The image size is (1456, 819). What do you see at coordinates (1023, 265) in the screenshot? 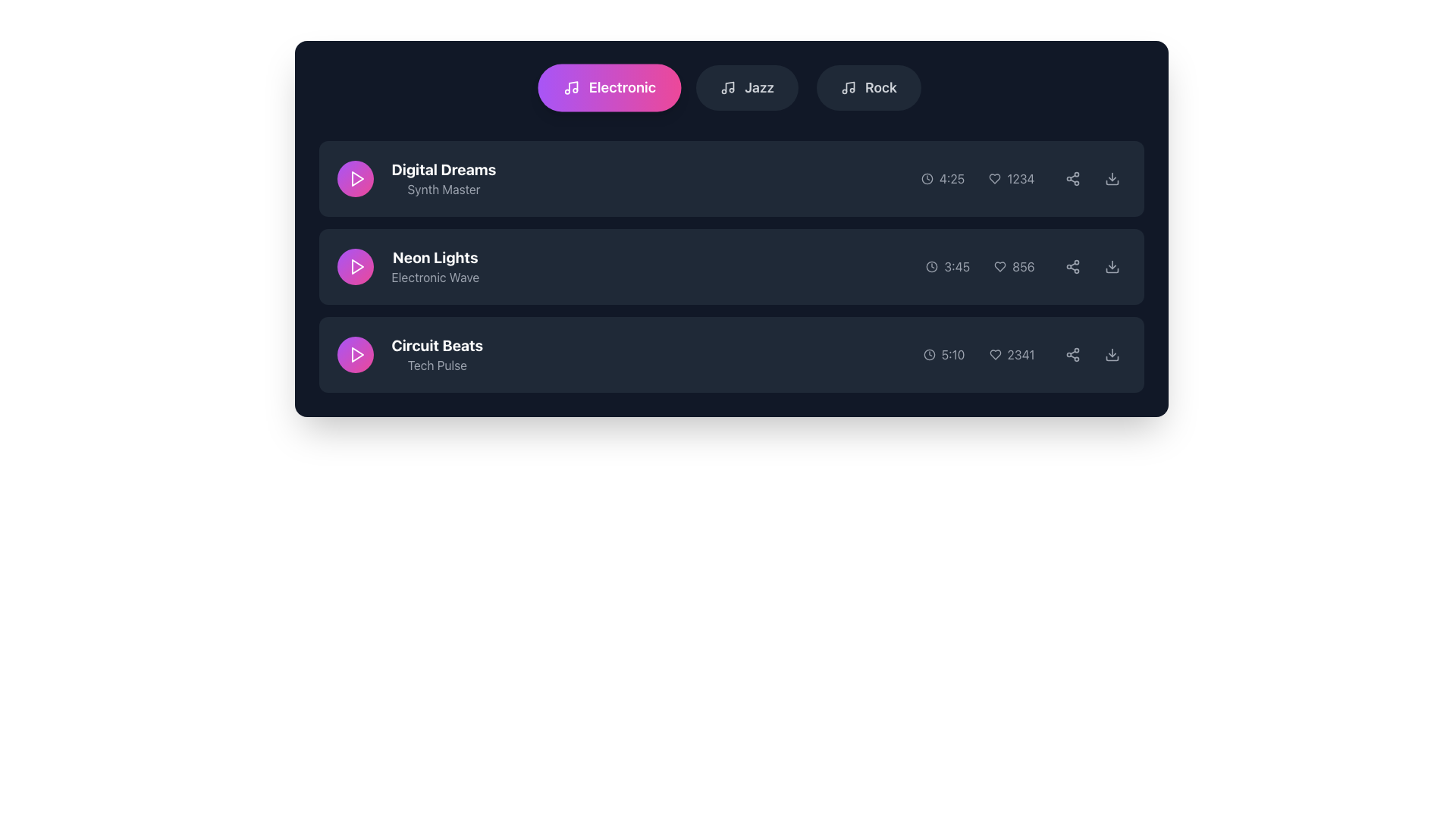
I see `the text label displaying '856', which is located in the second row of a list, to the right of a heart icon` at bounding box center [1023, 265].